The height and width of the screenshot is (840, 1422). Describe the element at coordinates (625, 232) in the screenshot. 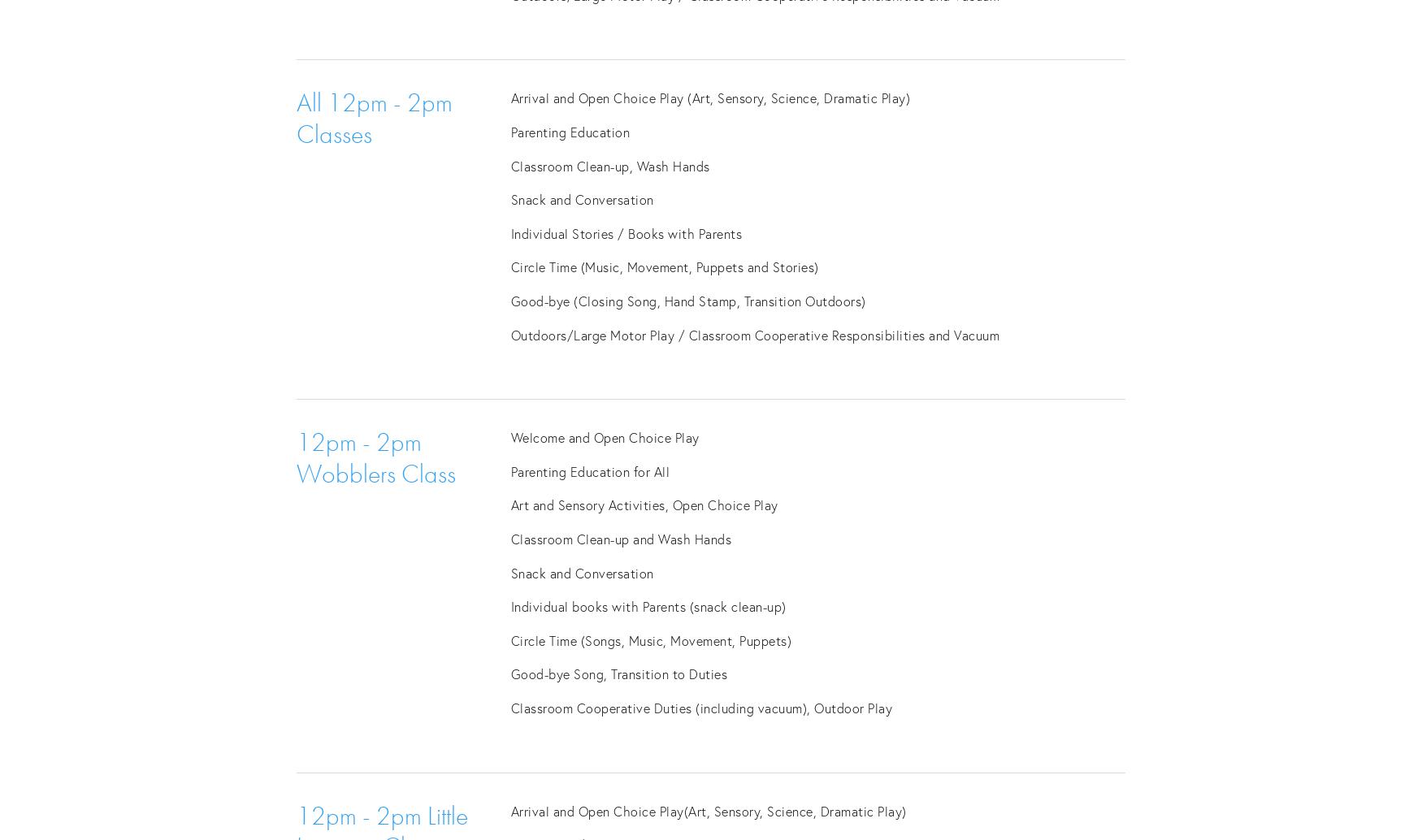

I see `'Individual Stories / Books with Parents'` at that location.